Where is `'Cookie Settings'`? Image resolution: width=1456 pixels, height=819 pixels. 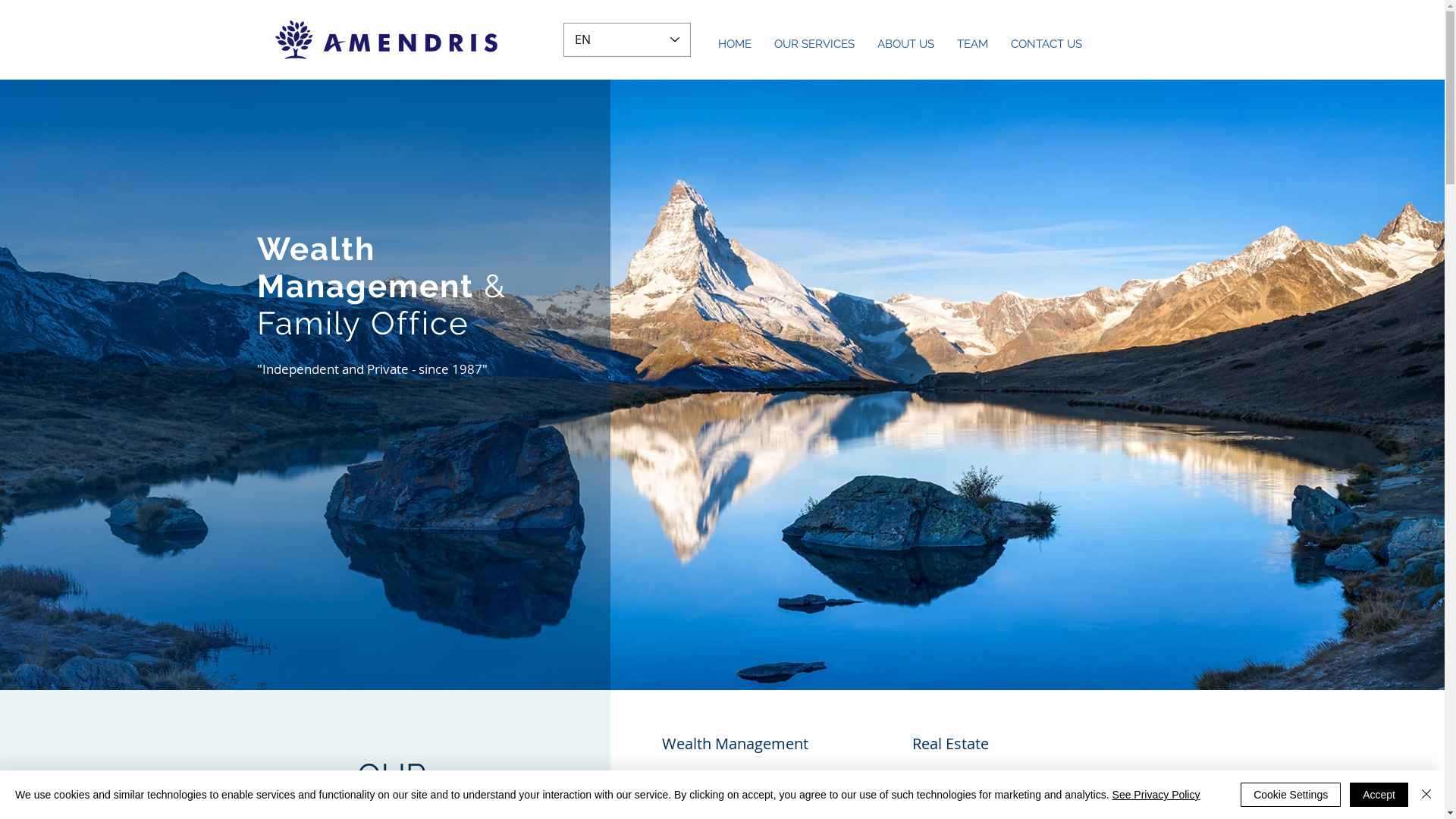 'Cookie Settings' is located at coordinates (1290, 794).